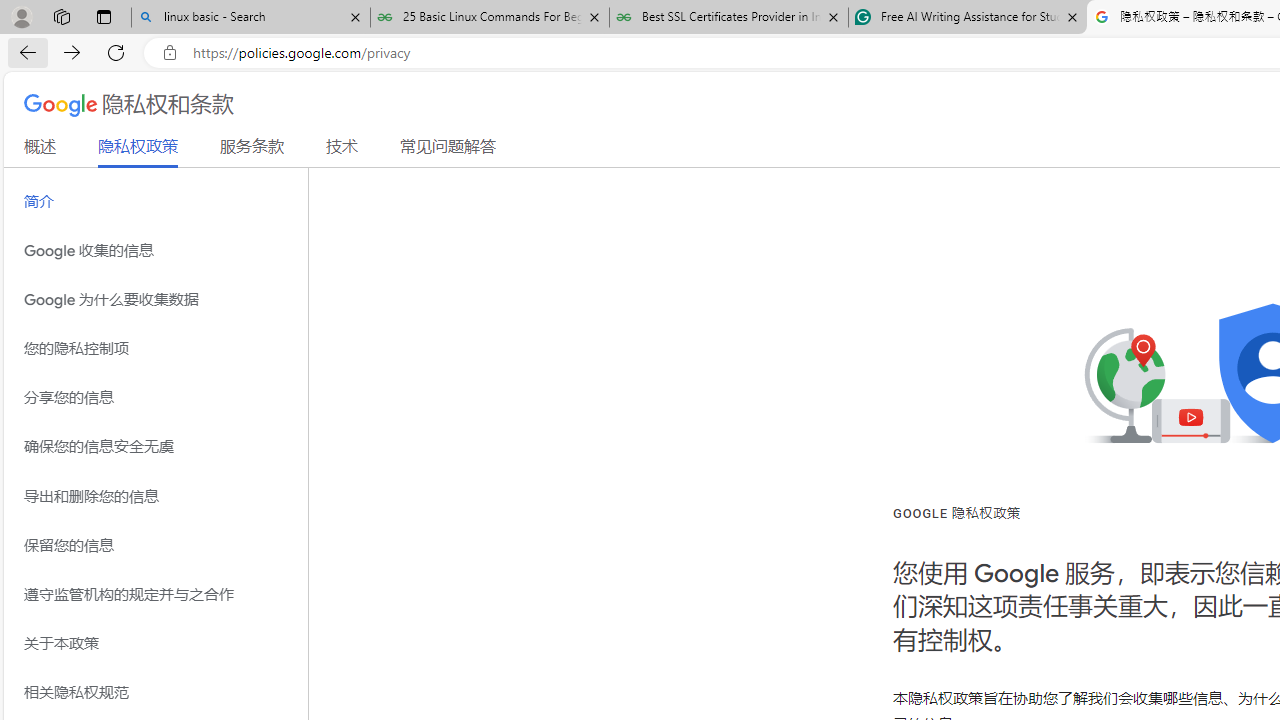  Describe the element at coordinates (490, 17) in the screenshot. I see `'25 Basic Linux Commands For Beginners - GeeksforGeeks'` at that location.